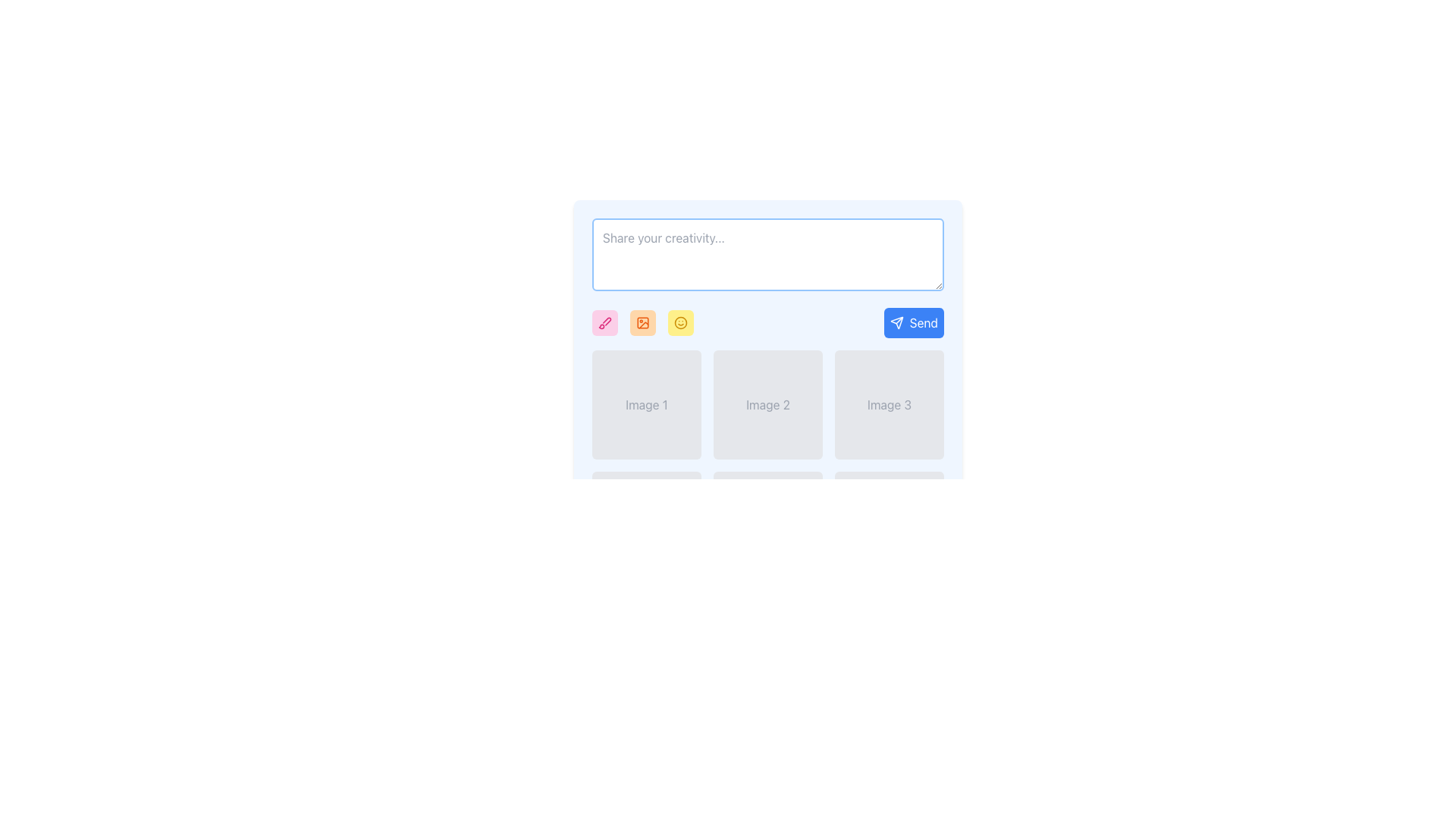 Image resolution: width=1456 pixels, height=819 pixels. What do you see at coordinates (604, 322) in the screenshot?
I see `the paintbrush icon located second from the left in the horizontal arrangement of icons` at bounding box center [604, 322].